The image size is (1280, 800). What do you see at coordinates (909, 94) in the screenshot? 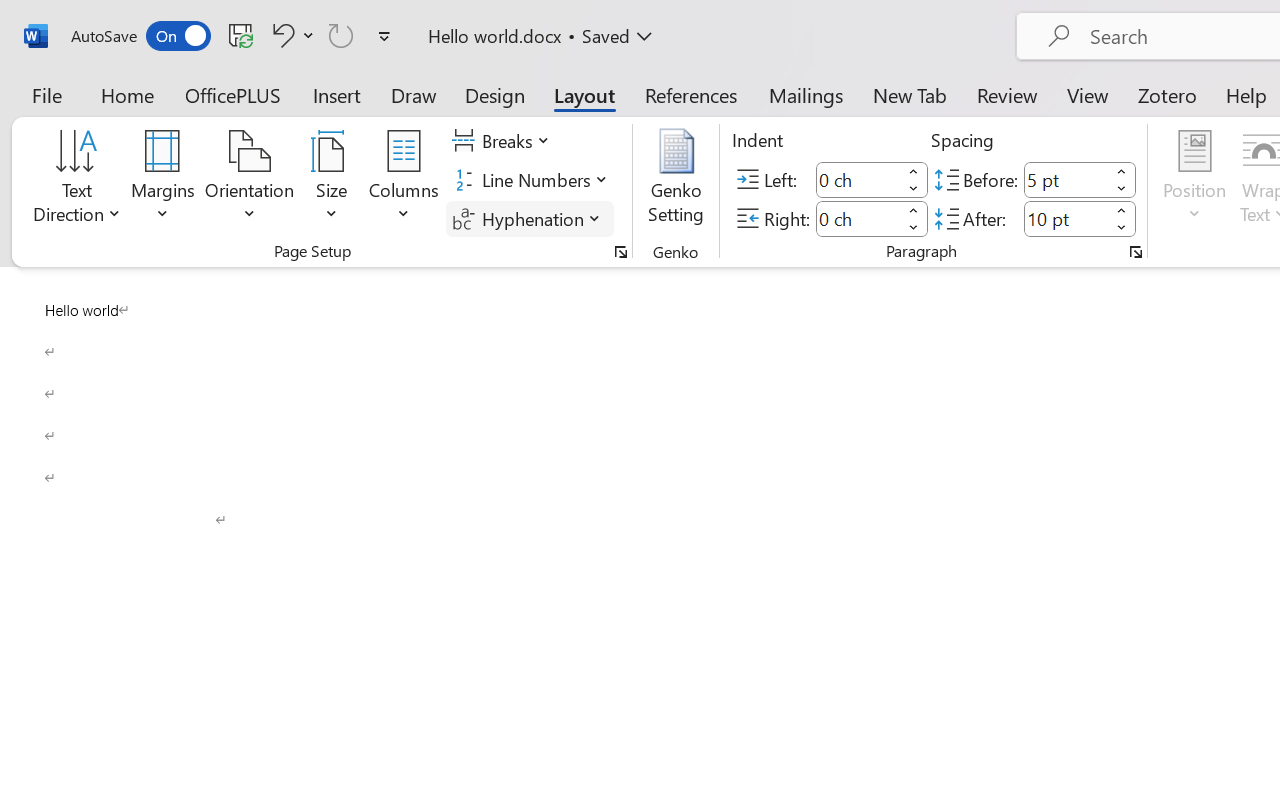
I see `'New Tab'` at bounding box center [909, 94].